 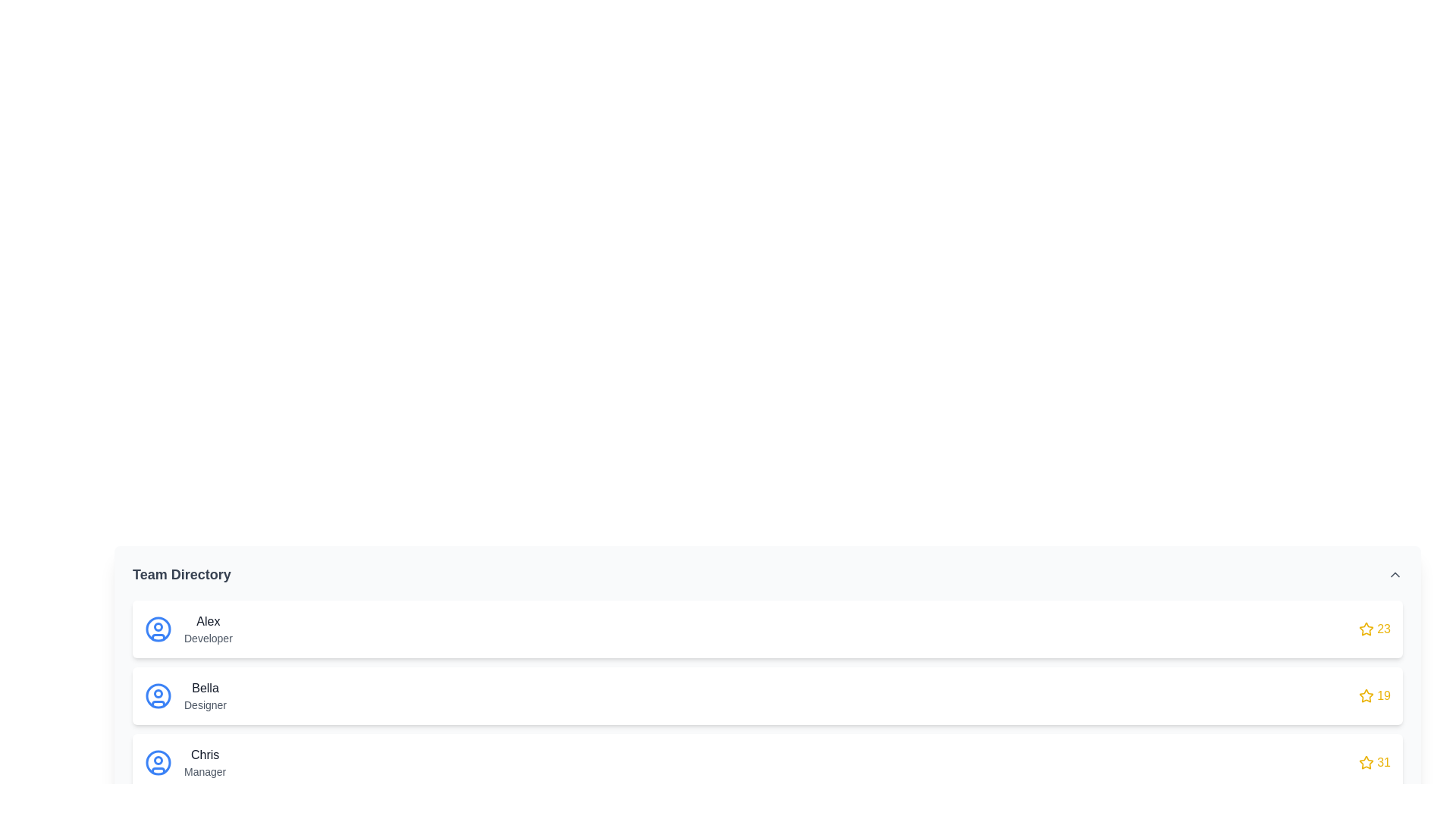 I want to click on the Profile Card element containing the user silhouette icon and the text 'Chris' and 'Manager', which is the third item in the 'Team Directory' list, so click(x=184, y=763).